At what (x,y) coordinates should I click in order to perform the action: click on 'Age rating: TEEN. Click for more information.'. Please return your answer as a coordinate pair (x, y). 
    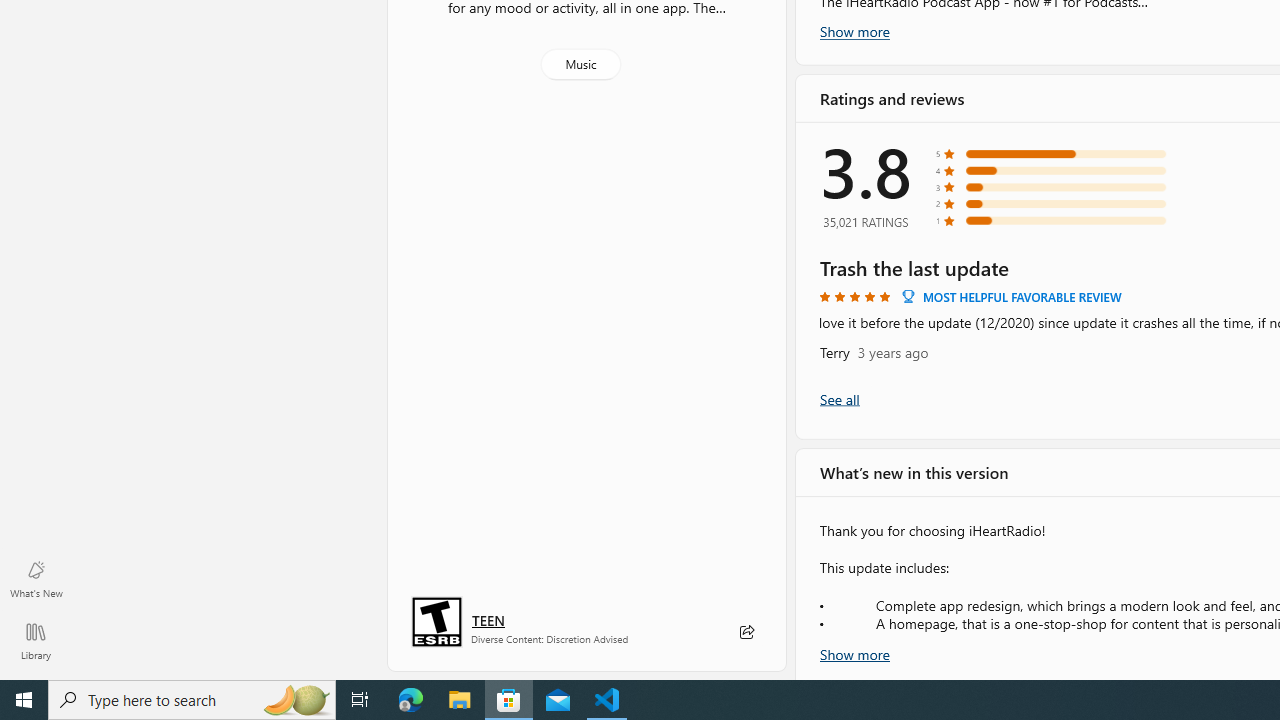
    Looking at the image, I should click on (488, 618).